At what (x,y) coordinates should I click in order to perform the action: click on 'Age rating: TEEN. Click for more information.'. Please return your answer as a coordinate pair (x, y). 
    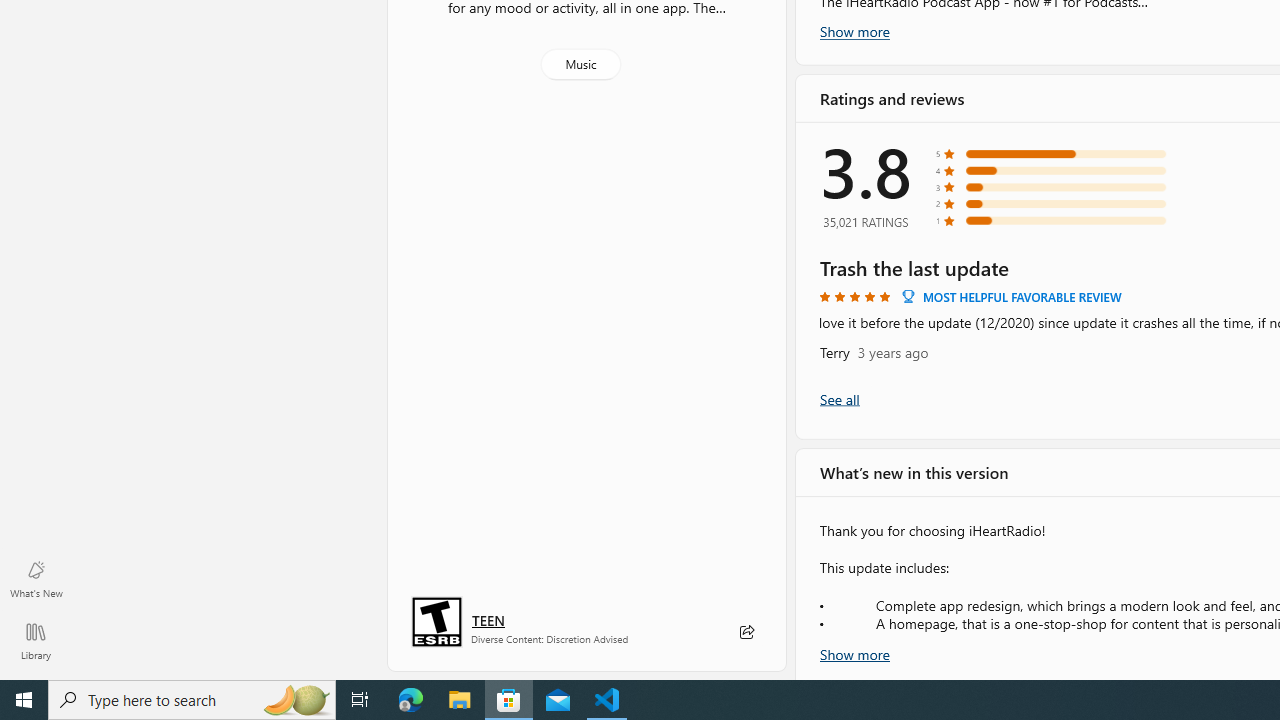
    Looking at the image, I should click on (488, 618).